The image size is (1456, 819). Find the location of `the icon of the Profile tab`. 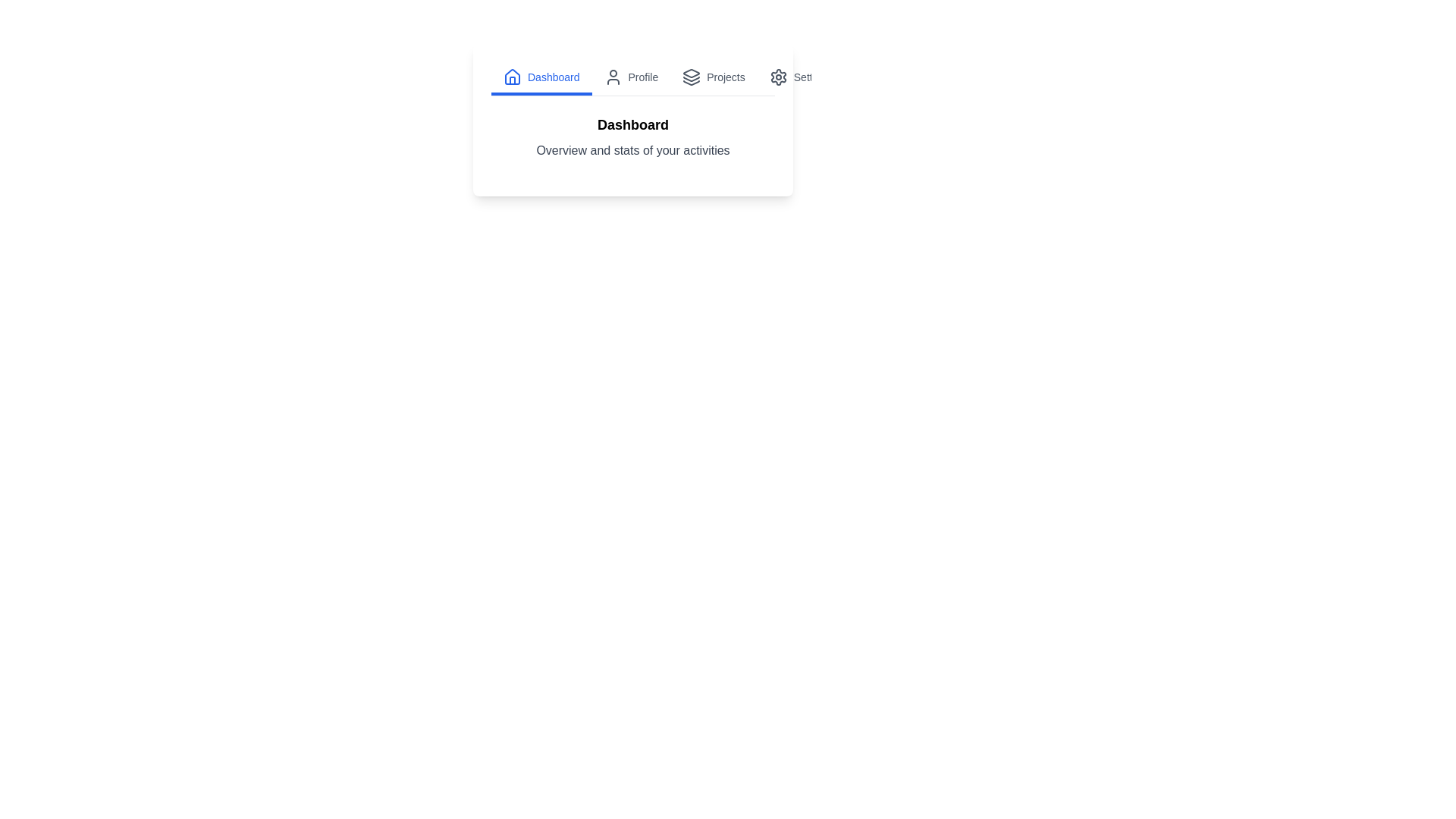

the icon of the Profile tab is located at coordinates (613, 77).